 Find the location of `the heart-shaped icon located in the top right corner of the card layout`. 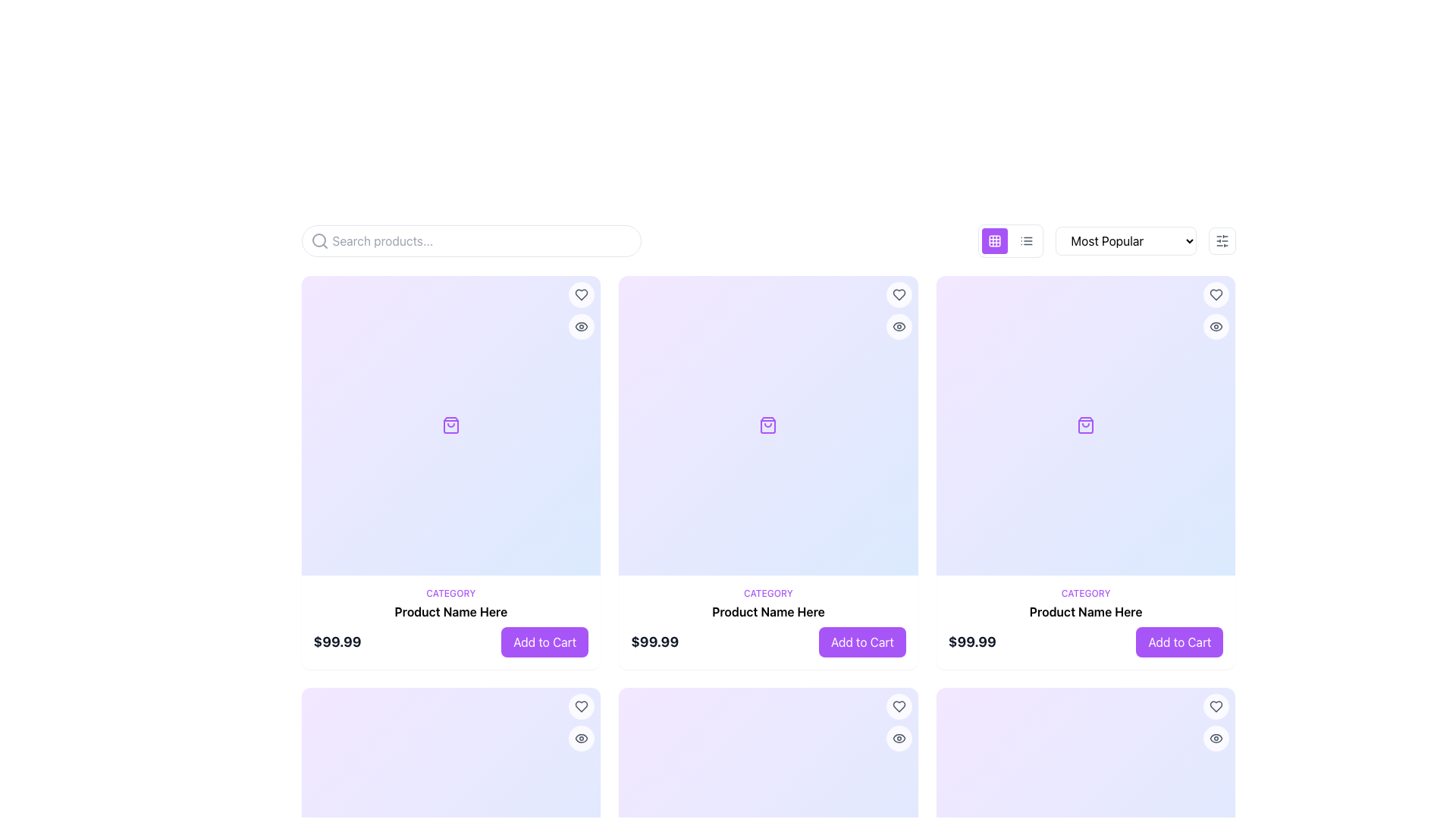

the heart-shaped icon located in the top right corner of the card layout is located at coordinates (1216, 706).